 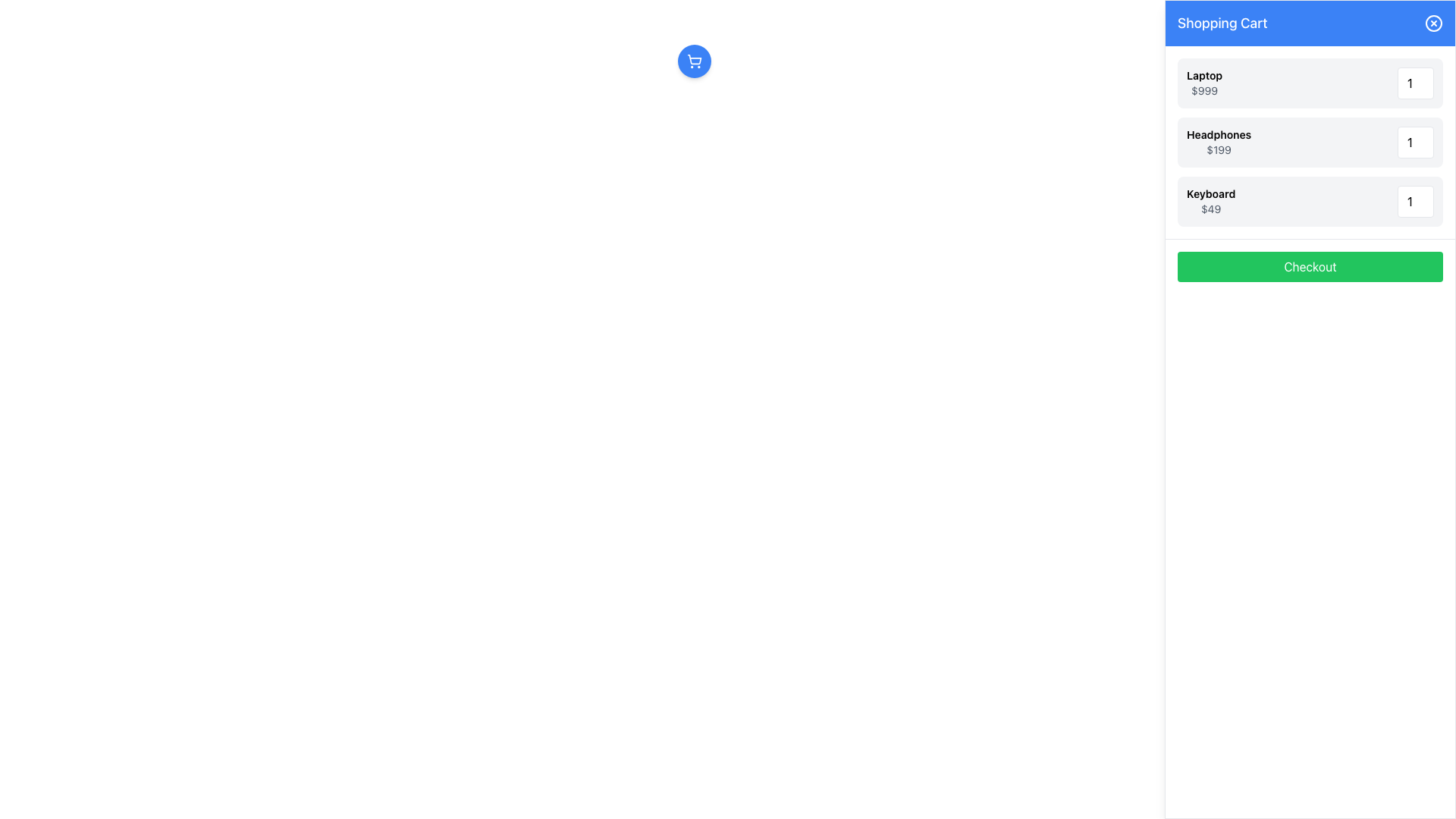 I want to click on the 'Headphones' text label displaying the price '$199' in the shopping cart interface, located under the 'Laptop' item and above the 'Keyboard' item, so click(x=1219, y=143).